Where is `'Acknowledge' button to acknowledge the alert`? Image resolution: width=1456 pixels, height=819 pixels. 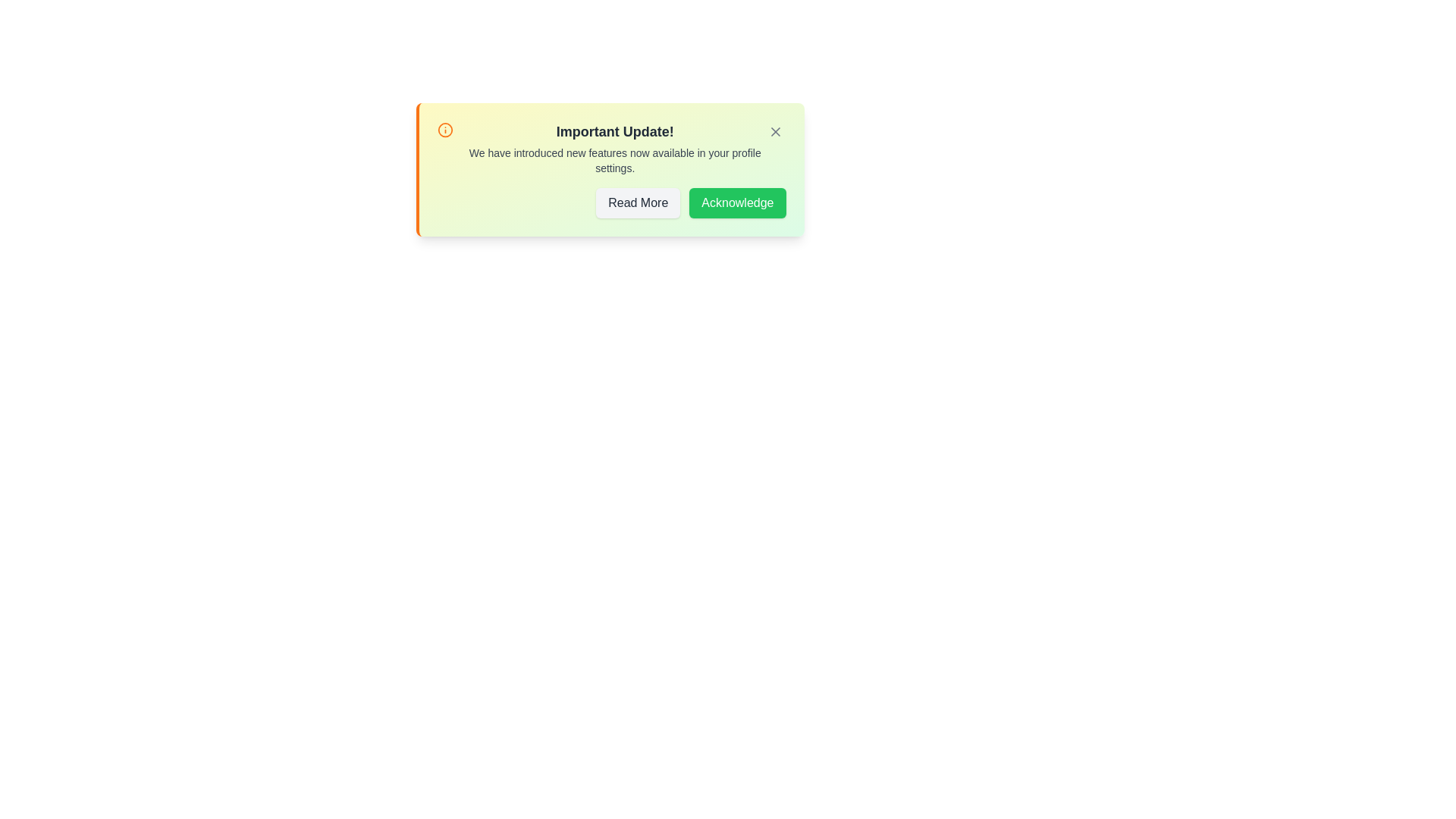 'Acknowledge' button to acknowledge the alert is located at coordinates (737, 202).